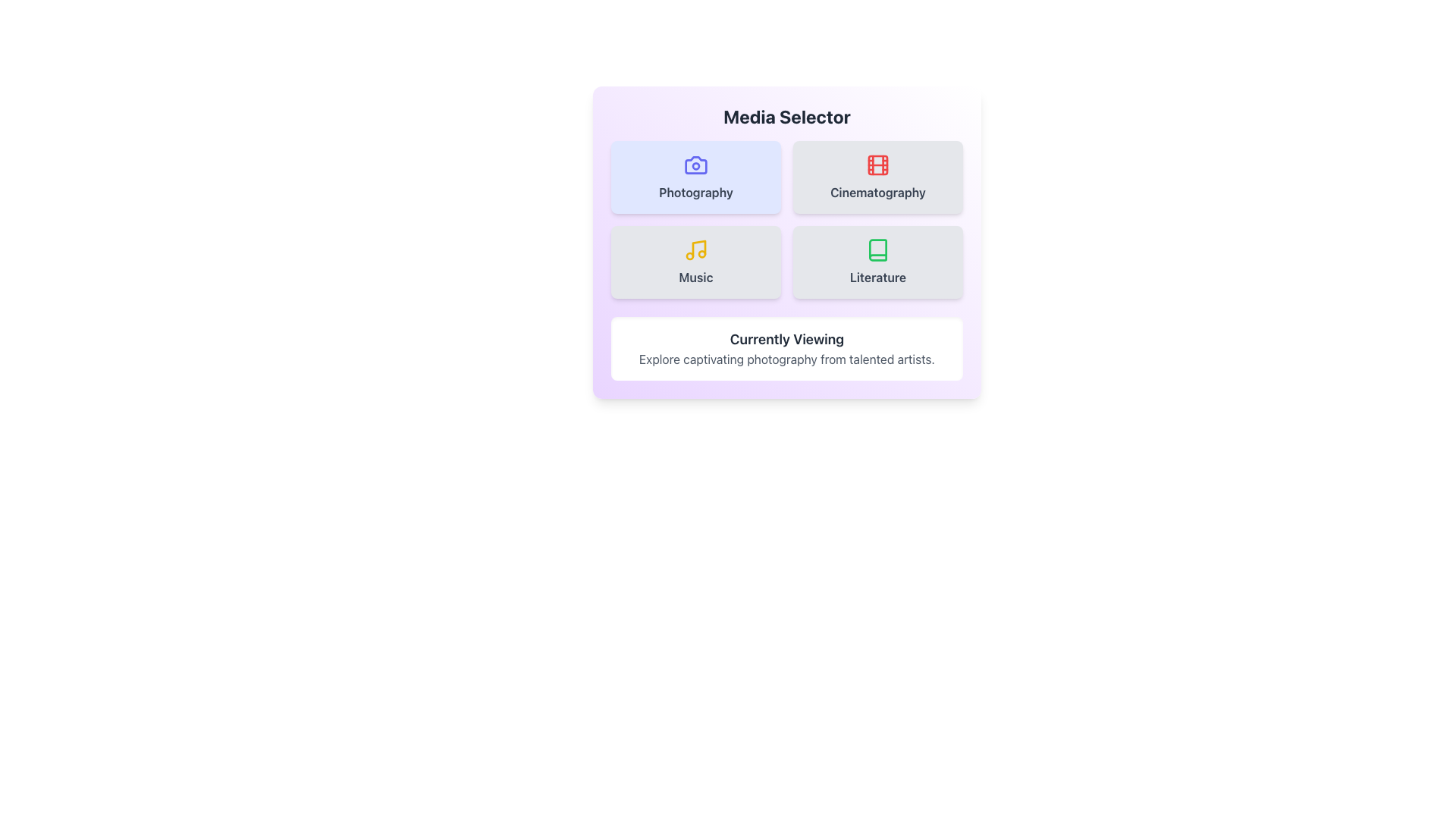 The image size is (1456, 819). I want to click on the decorative 'Literature' icon located in the bottom-right of the four main selection buttons, so click(877, 249).